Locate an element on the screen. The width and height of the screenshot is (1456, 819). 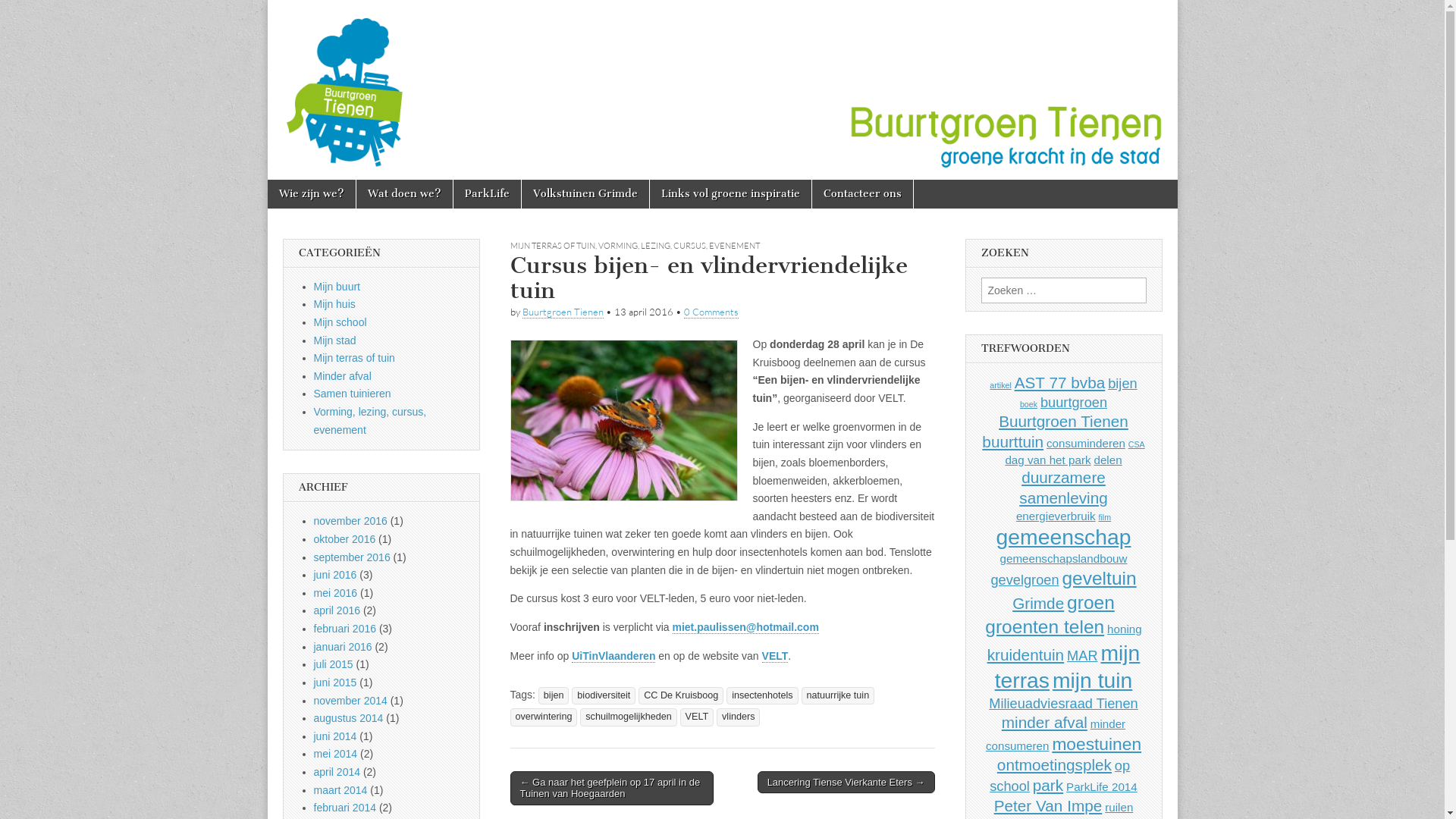
'Samen tuinieren' is located at coordinates (352, 393).